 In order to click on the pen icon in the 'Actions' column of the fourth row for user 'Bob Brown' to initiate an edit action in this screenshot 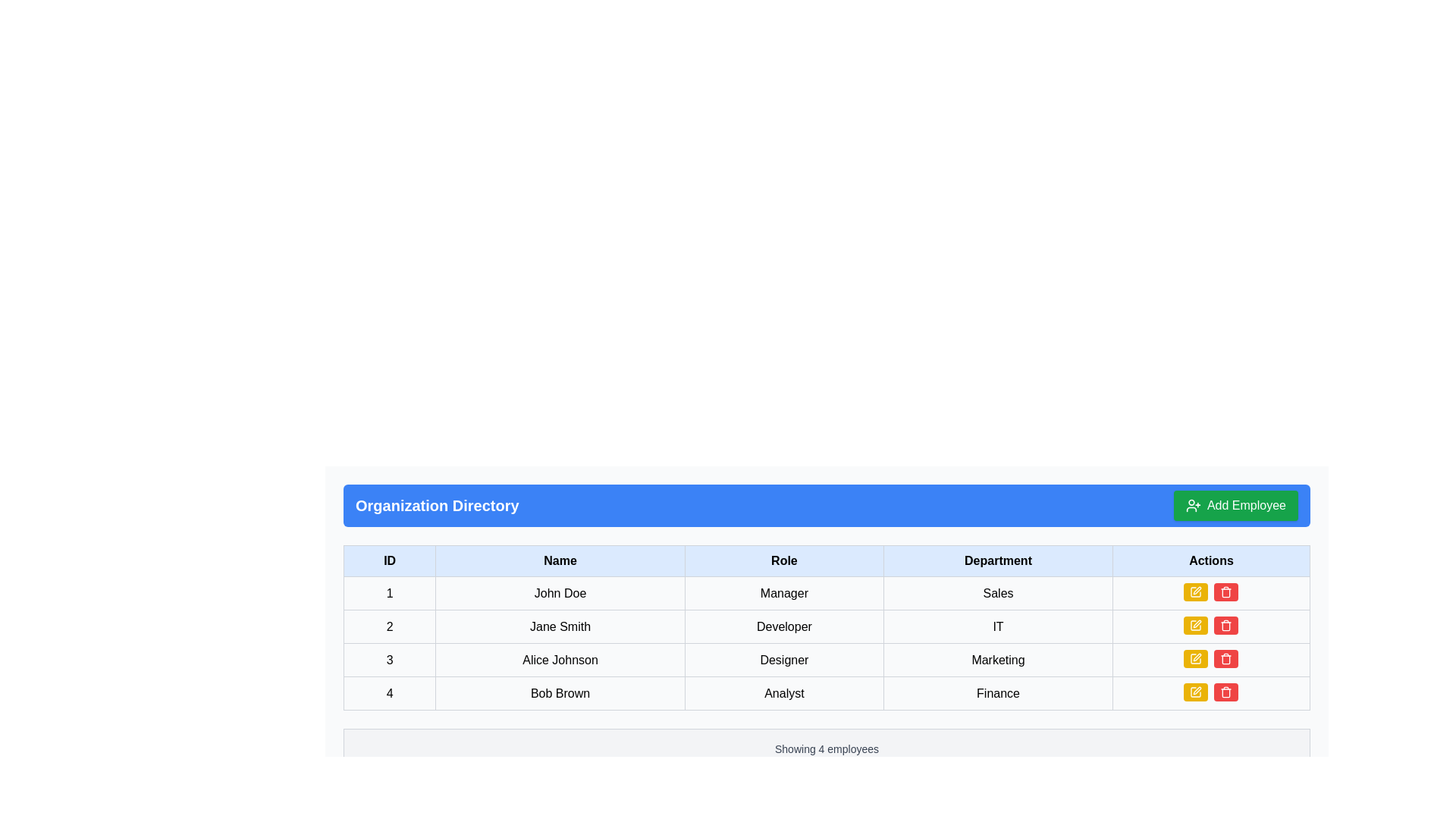, I will do `click(1195, 692)`.